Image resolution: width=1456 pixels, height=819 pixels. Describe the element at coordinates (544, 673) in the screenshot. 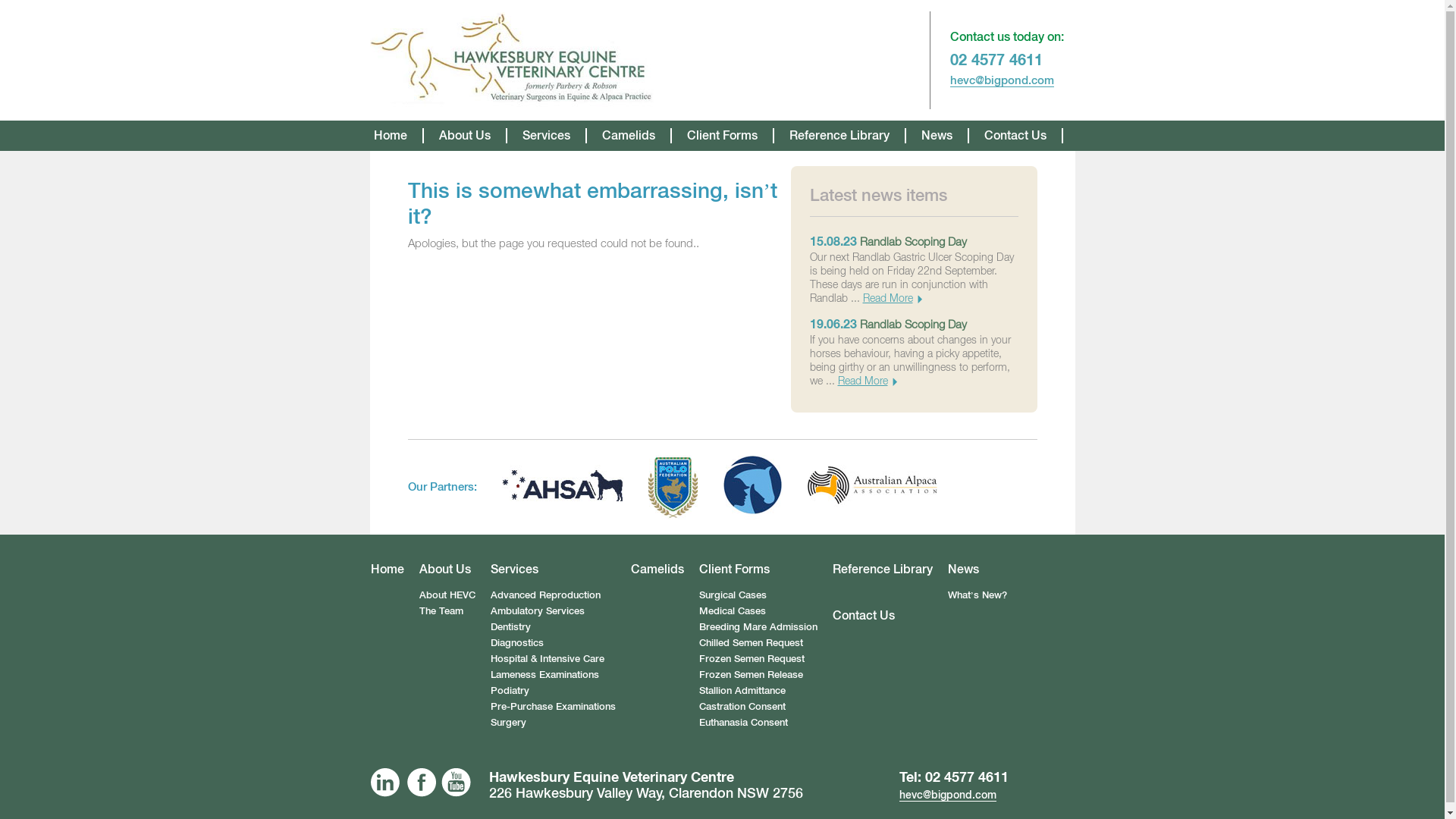

I see `'Lameness Examinations'` at that location.